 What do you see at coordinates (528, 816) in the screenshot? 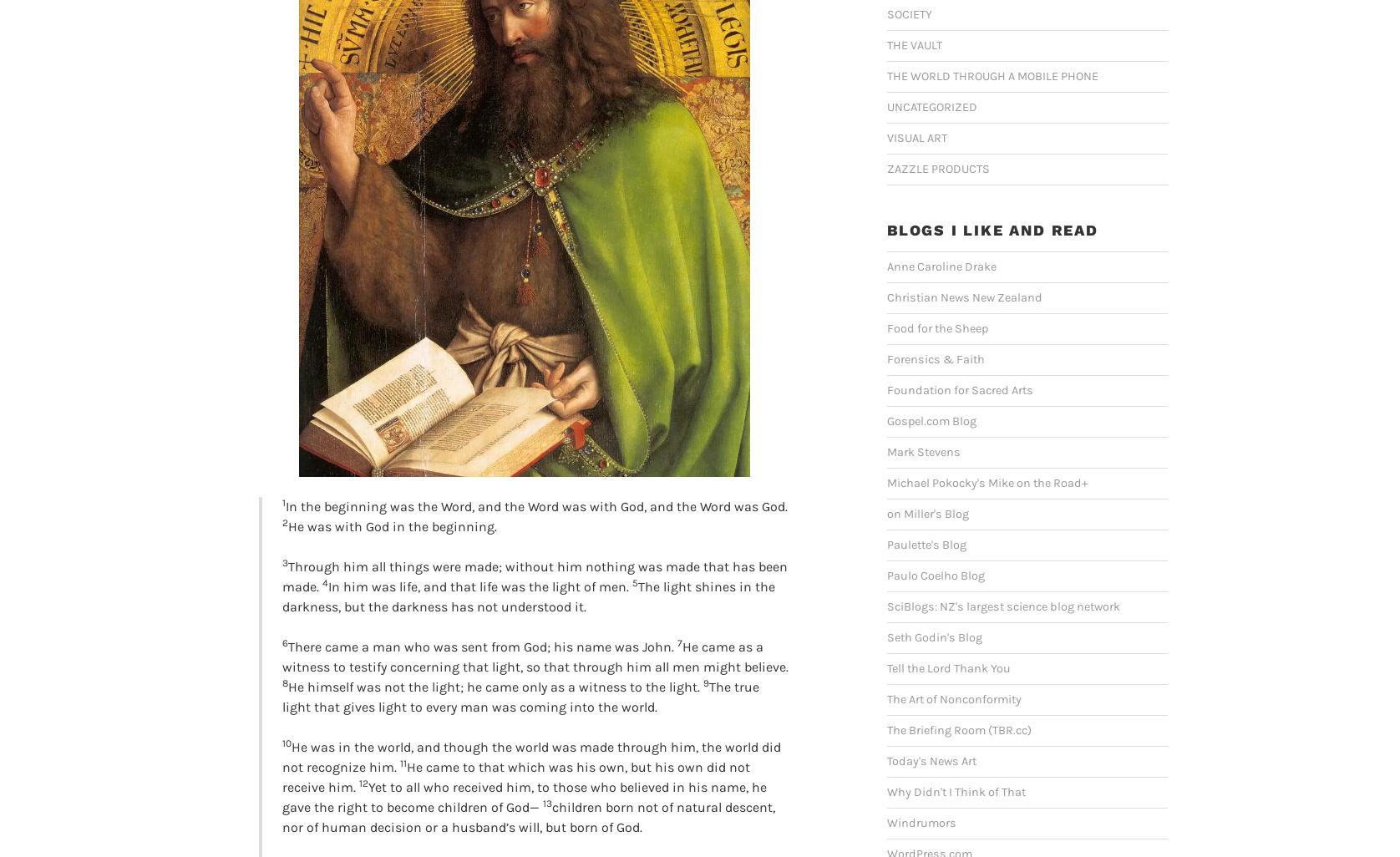
I see `'children born not of natural descent, nor of human decision or a  husband’s will, but born of God.'` at bounding box center [528, 816].